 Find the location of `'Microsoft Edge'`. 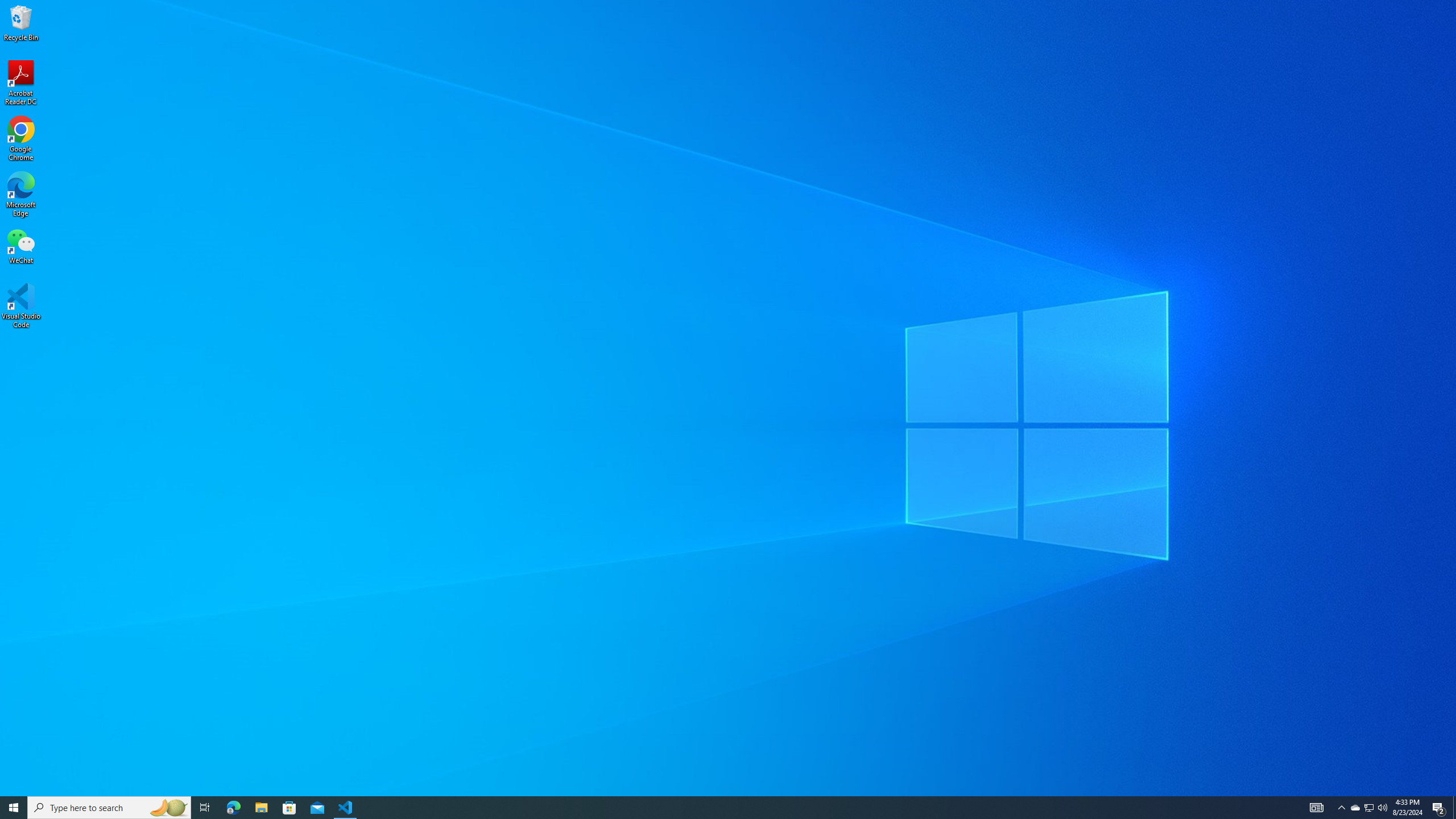

'Microsoft Edge' is located at coordinates (20, 194).